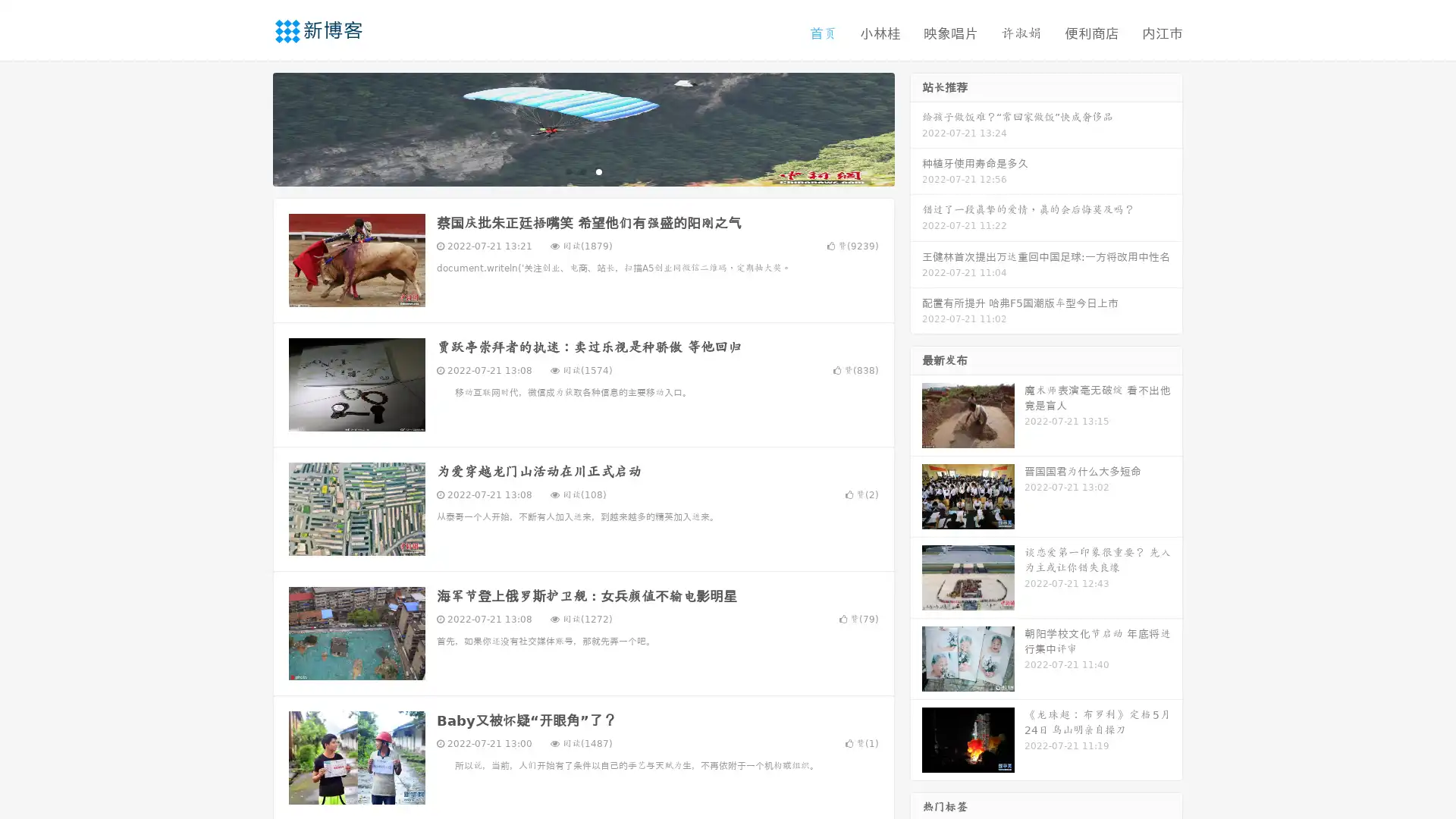 This screenshot has height=819, width=1456. I want to click on Previous slide, so click(250, 127).